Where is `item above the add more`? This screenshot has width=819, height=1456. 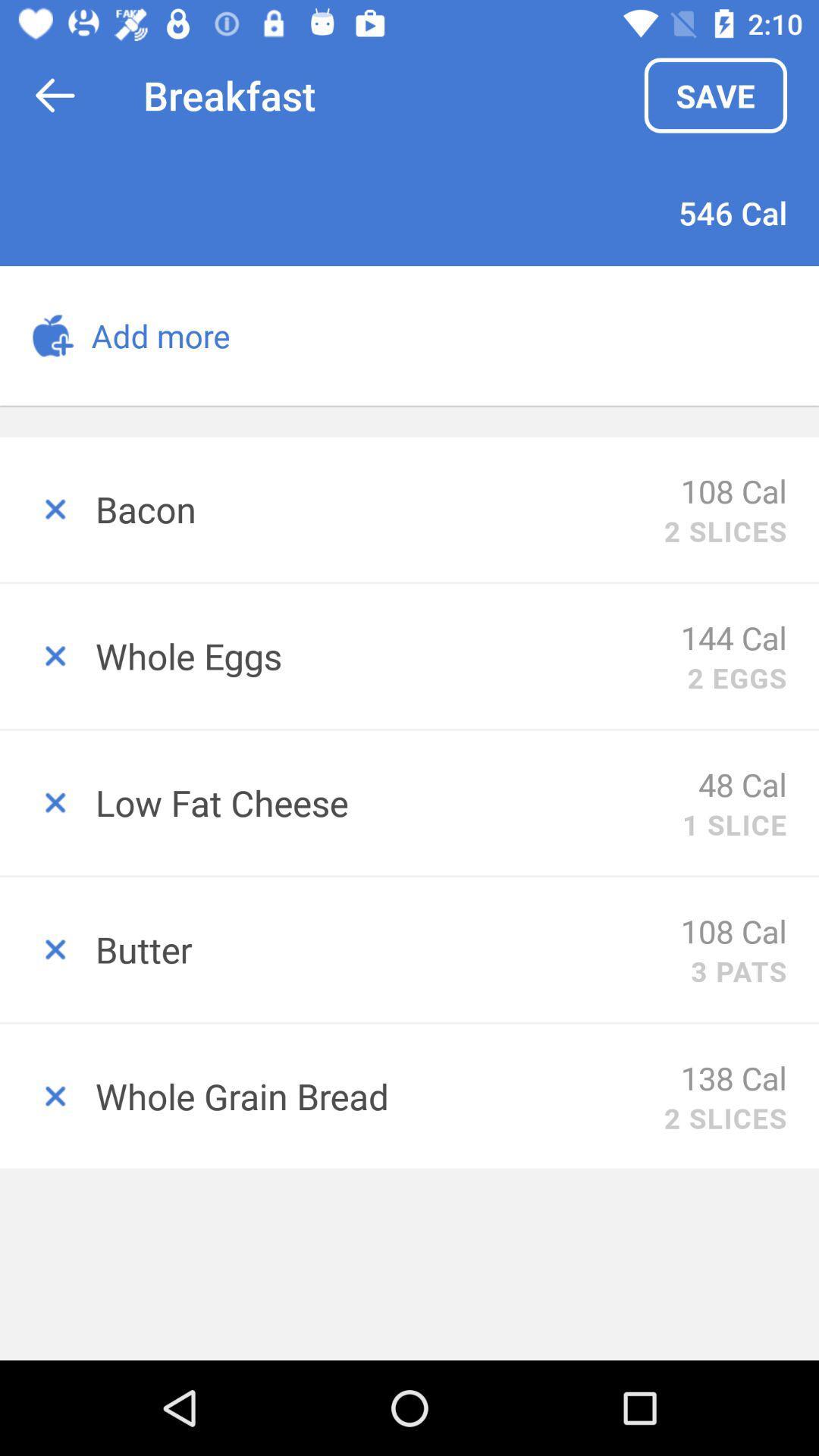 item above the add more is located at coordinates (55, 94).